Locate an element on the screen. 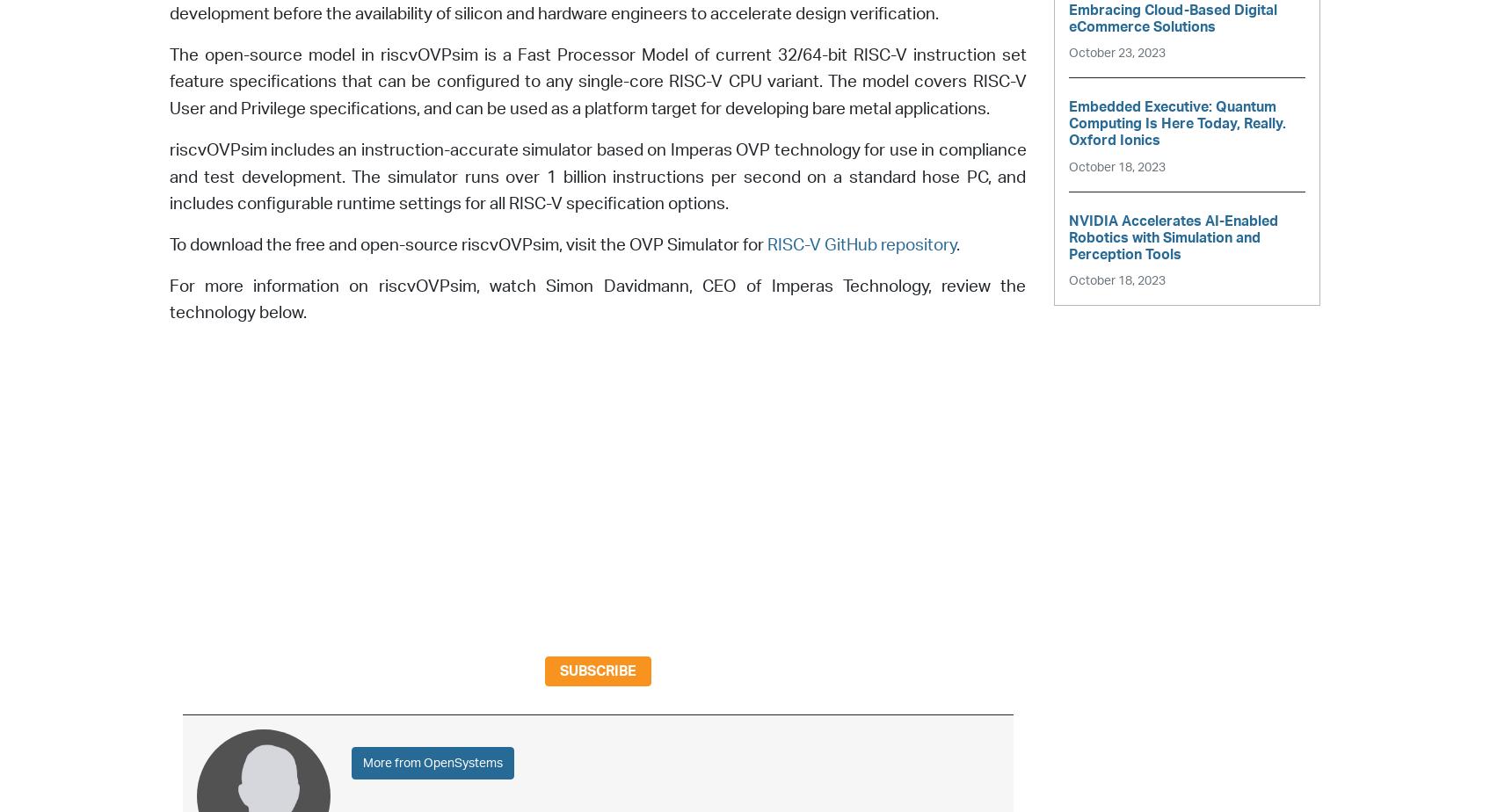  'RISC-V GitHub repository' is located at coordinates (860, 245).